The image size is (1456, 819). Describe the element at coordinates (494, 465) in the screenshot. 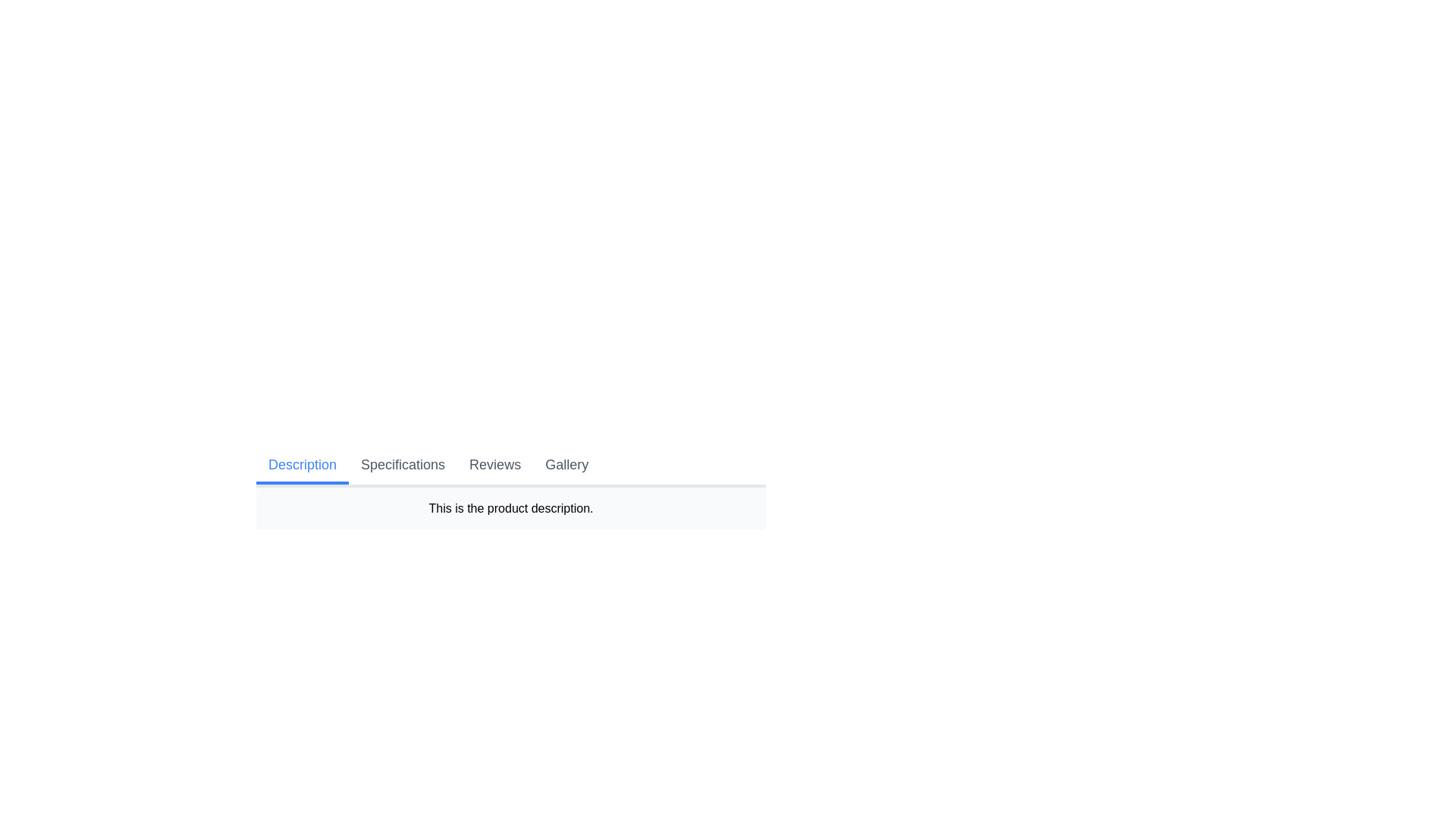

I see `the tab labeled Reviews` at that location.